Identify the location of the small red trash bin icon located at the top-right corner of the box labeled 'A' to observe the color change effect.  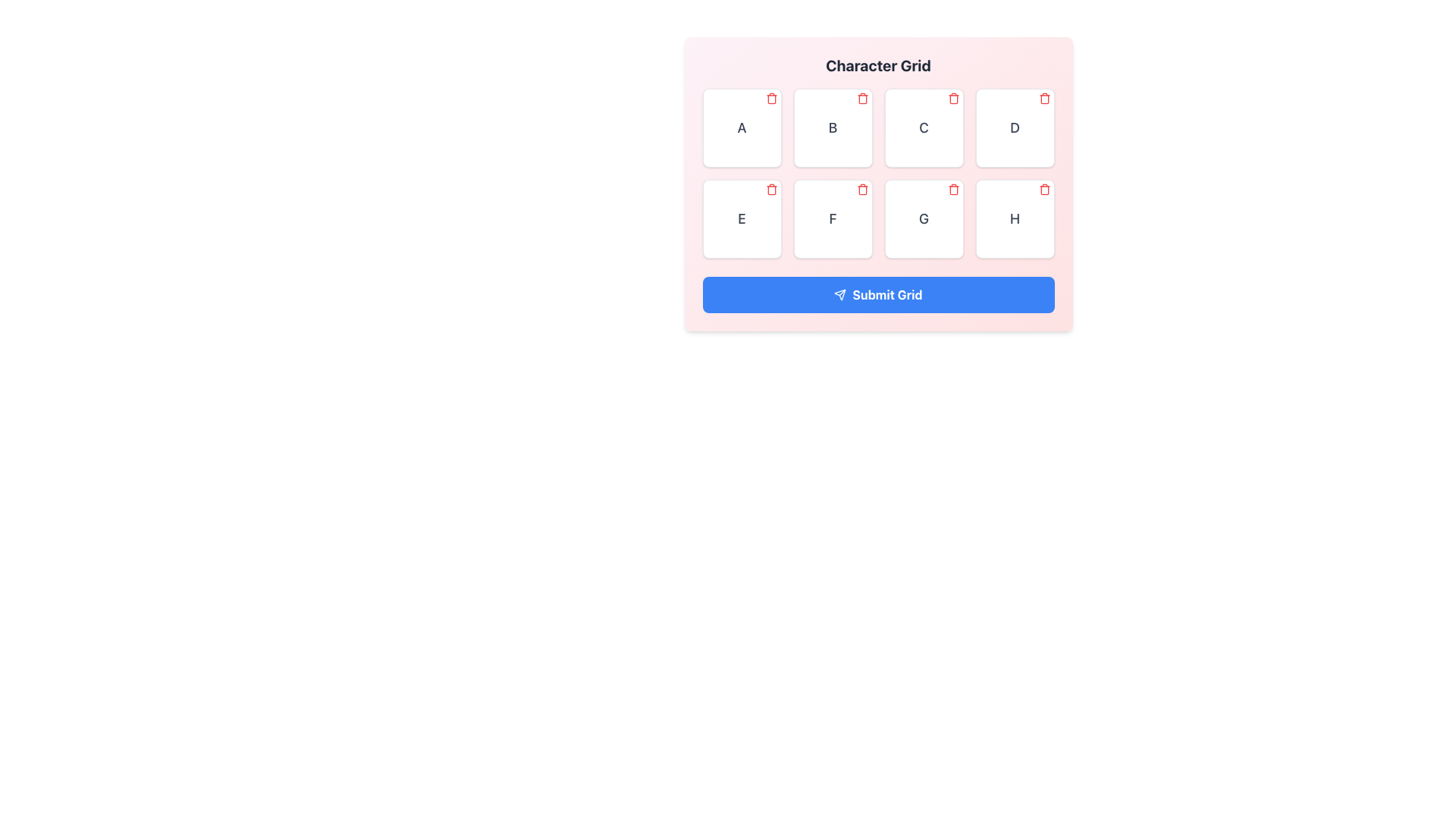
(771, 99).